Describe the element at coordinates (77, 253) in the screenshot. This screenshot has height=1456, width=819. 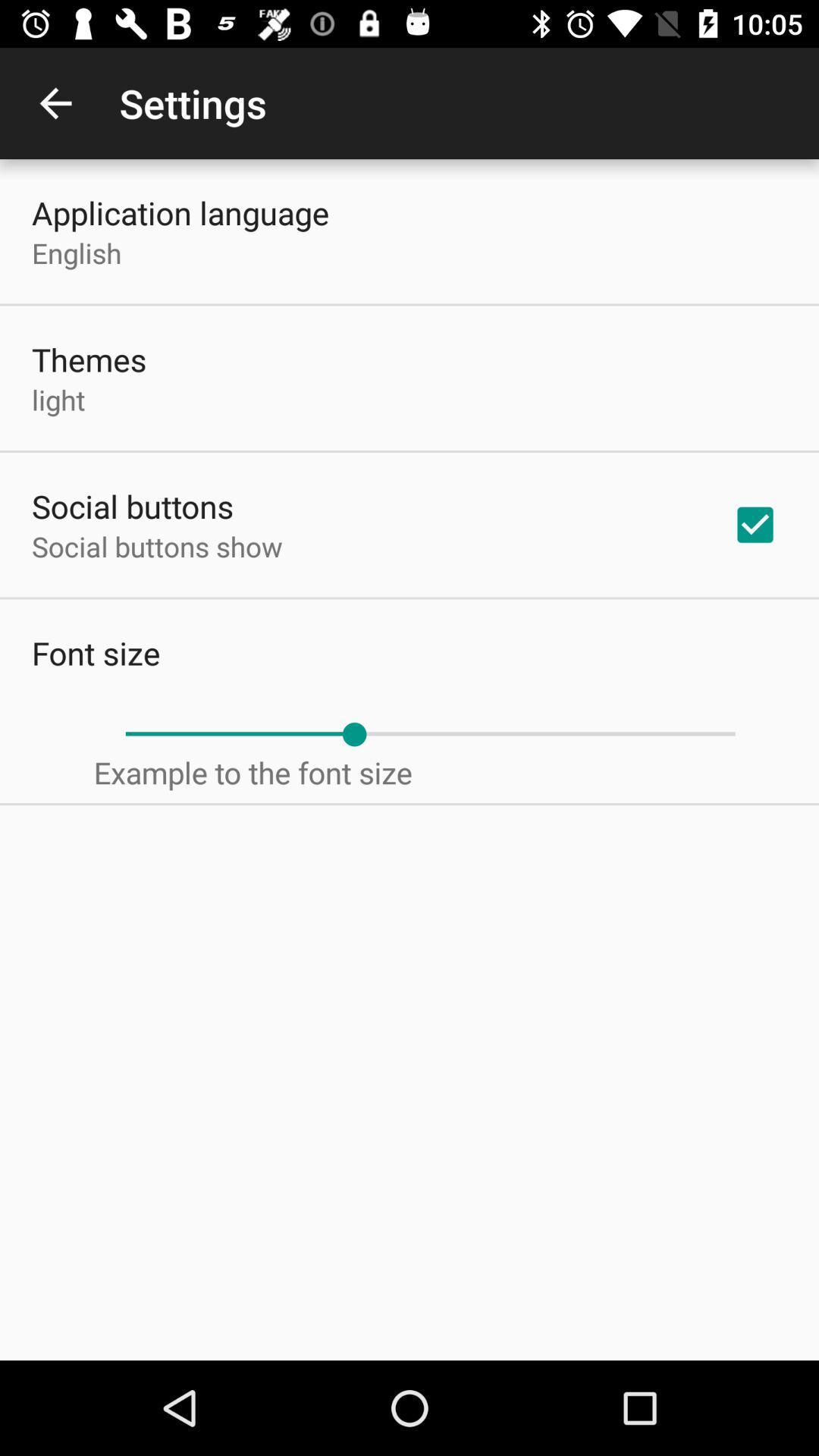
I see `the icon below application language item` at that location.